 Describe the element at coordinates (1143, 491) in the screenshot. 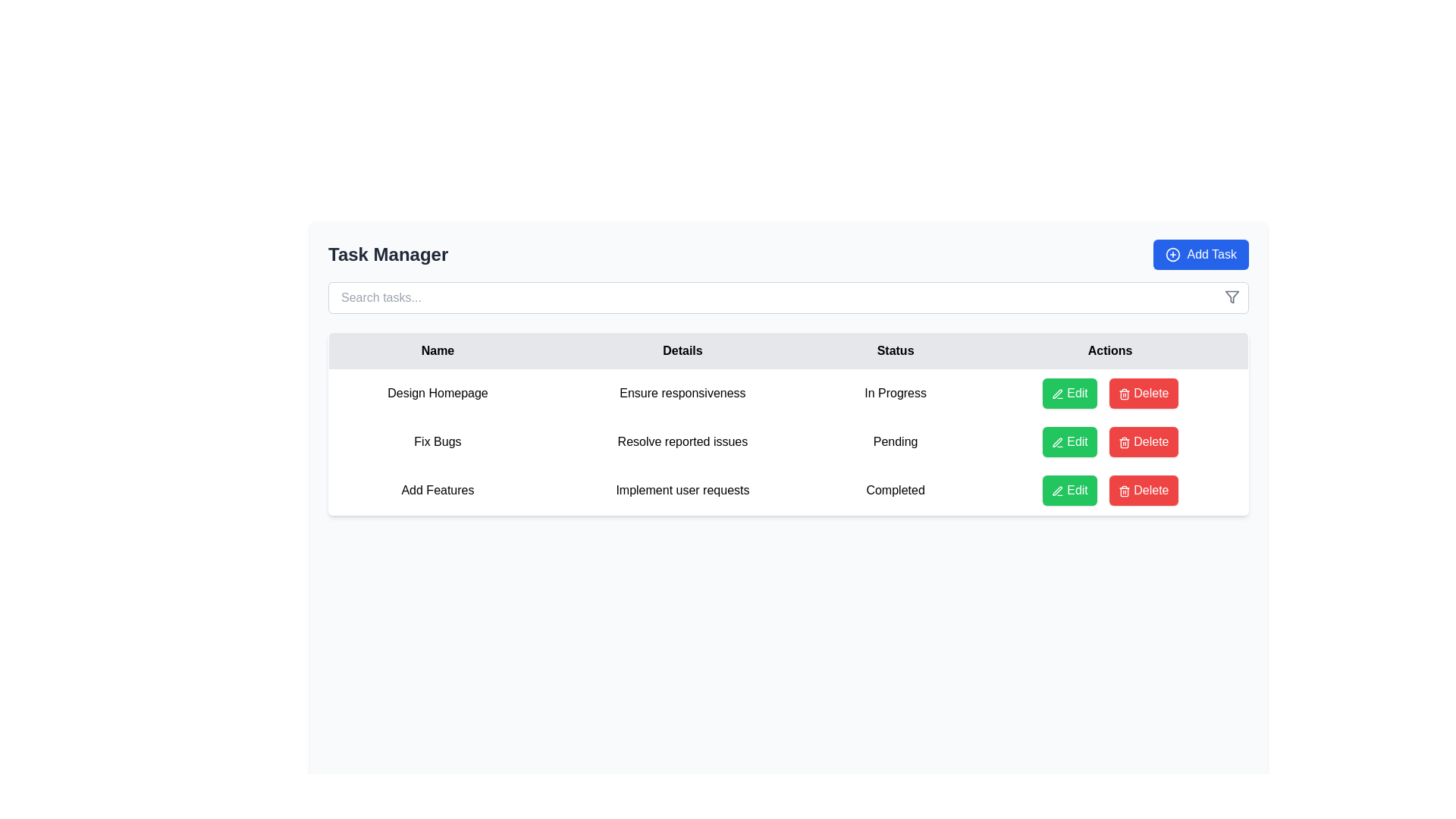

I see `the red 'Delete' button containing a white text and a trashcan icon, located in the rightmost column of the last row of the table under the 'Actions' column` at that location.